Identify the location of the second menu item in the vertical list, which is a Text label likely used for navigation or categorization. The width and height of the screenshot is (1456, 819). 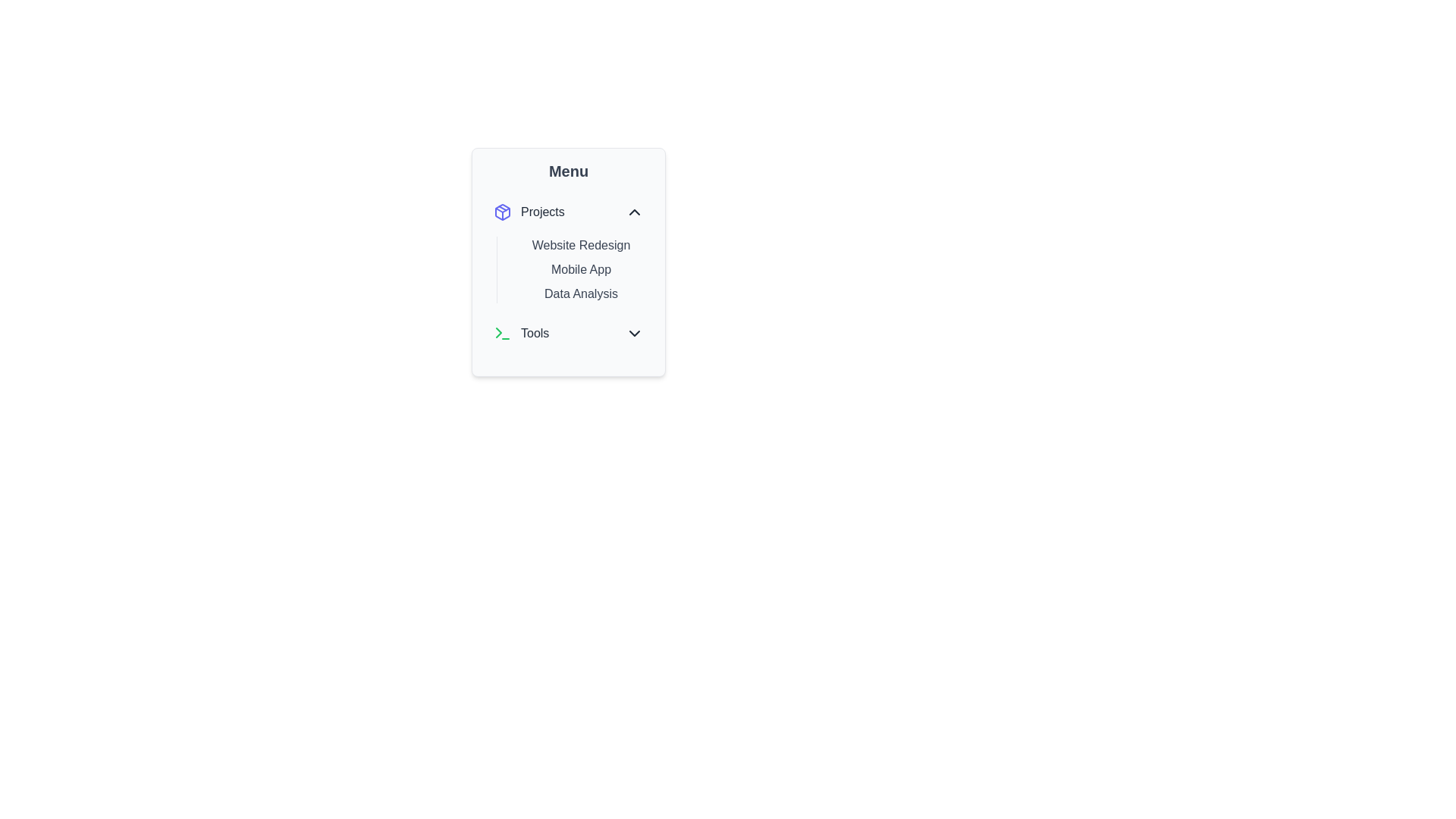
(580, 268).